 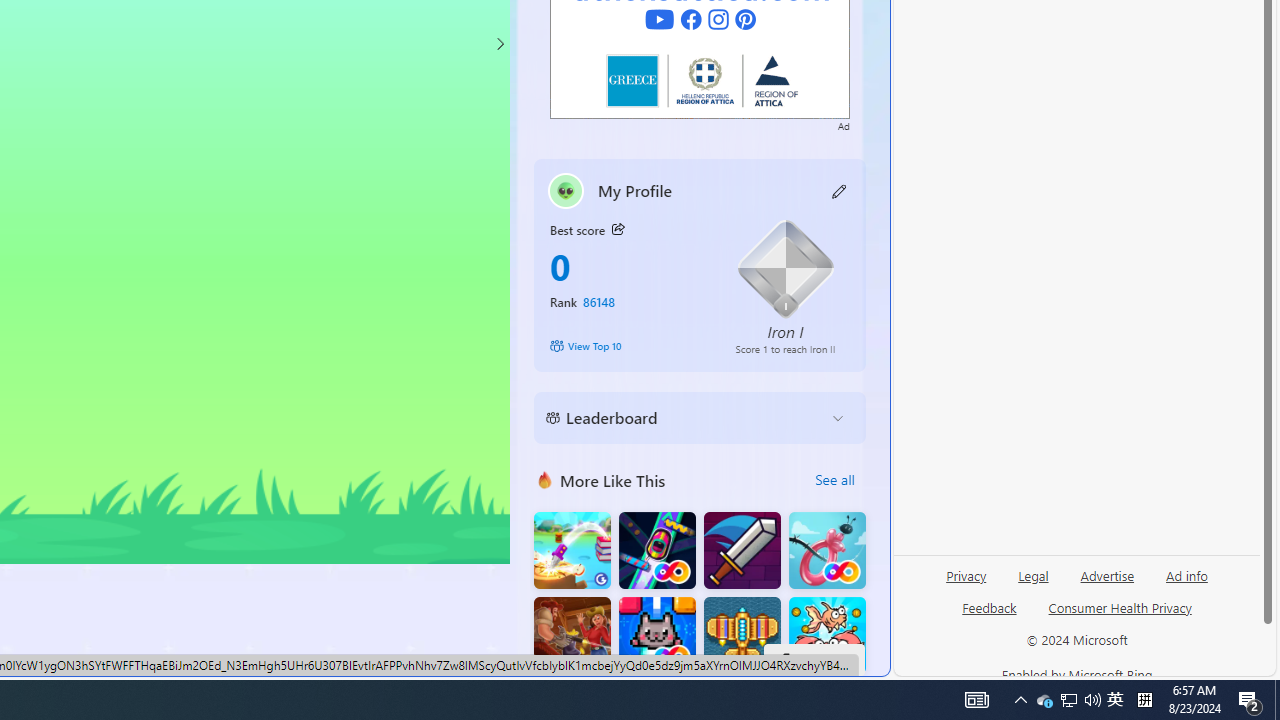 I want to click on '""', so click(x=564, y=190).